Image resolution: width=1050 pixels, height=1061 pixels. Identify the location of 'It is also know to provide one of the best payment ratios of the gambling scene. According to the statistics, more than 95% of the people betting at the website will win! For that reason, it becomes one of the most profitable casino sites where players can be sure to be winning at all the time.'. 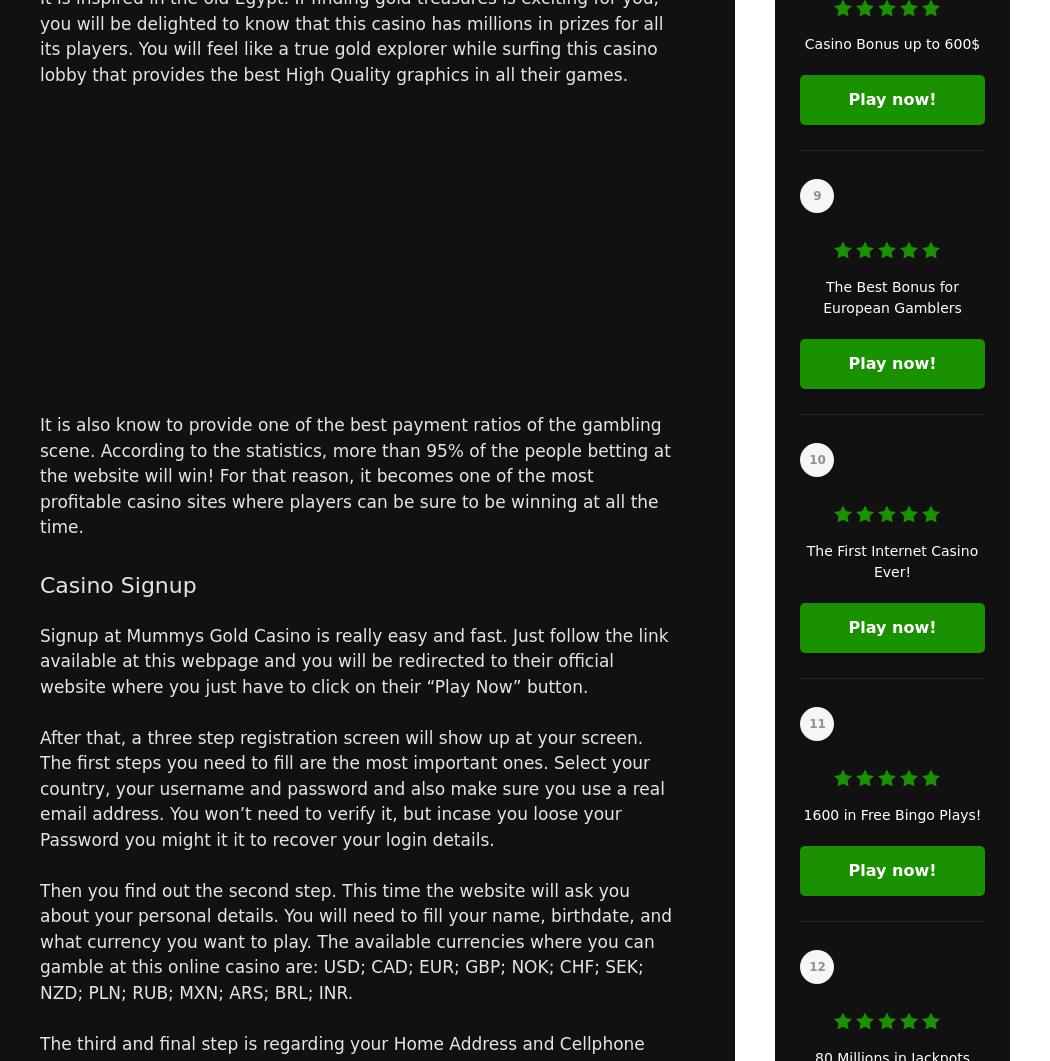
(354, 475).